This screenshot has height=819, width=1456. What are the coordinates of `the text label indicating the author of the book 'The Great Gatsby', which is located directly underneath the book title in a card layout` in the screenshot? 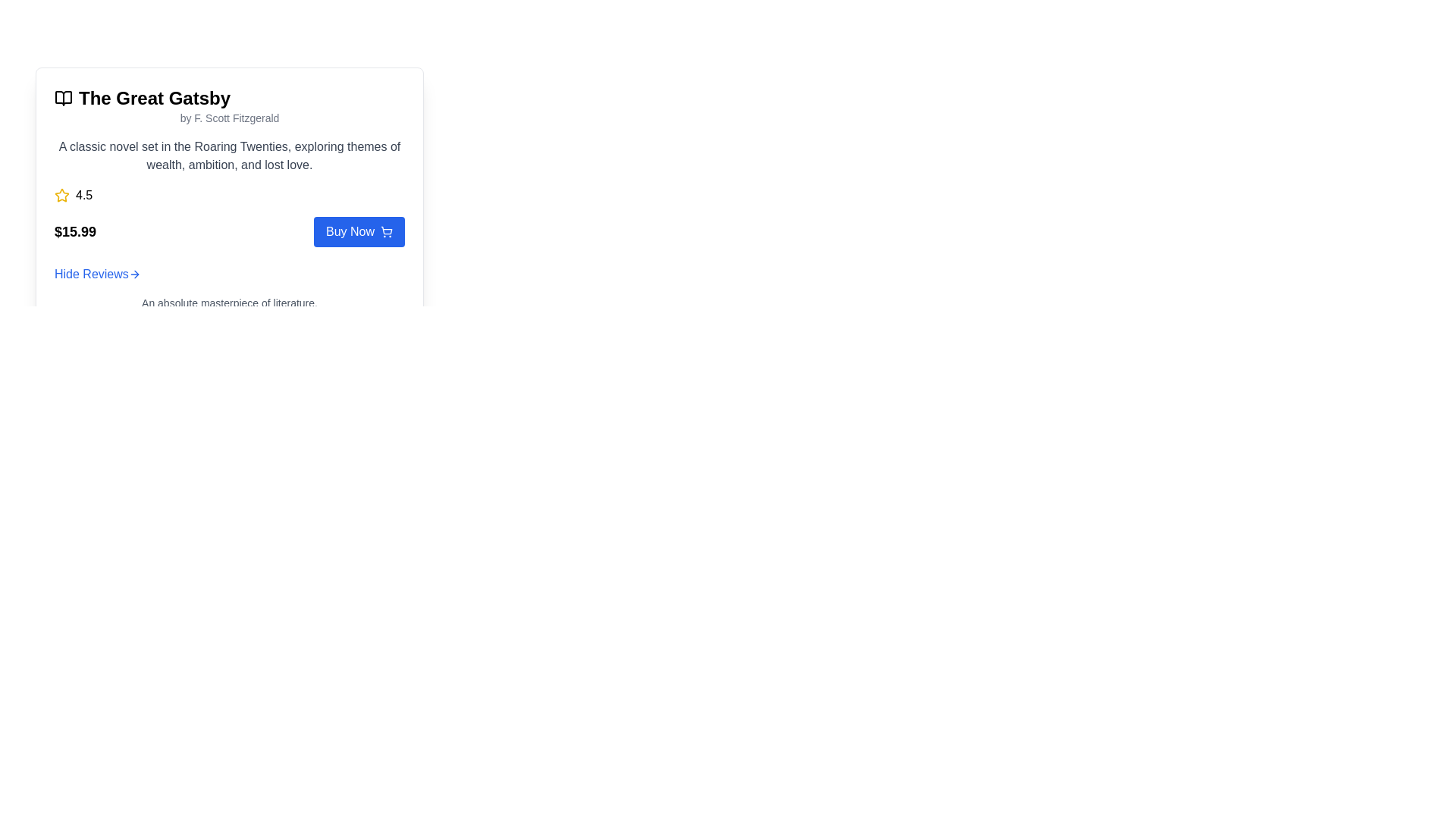 It's located at (228, 117).